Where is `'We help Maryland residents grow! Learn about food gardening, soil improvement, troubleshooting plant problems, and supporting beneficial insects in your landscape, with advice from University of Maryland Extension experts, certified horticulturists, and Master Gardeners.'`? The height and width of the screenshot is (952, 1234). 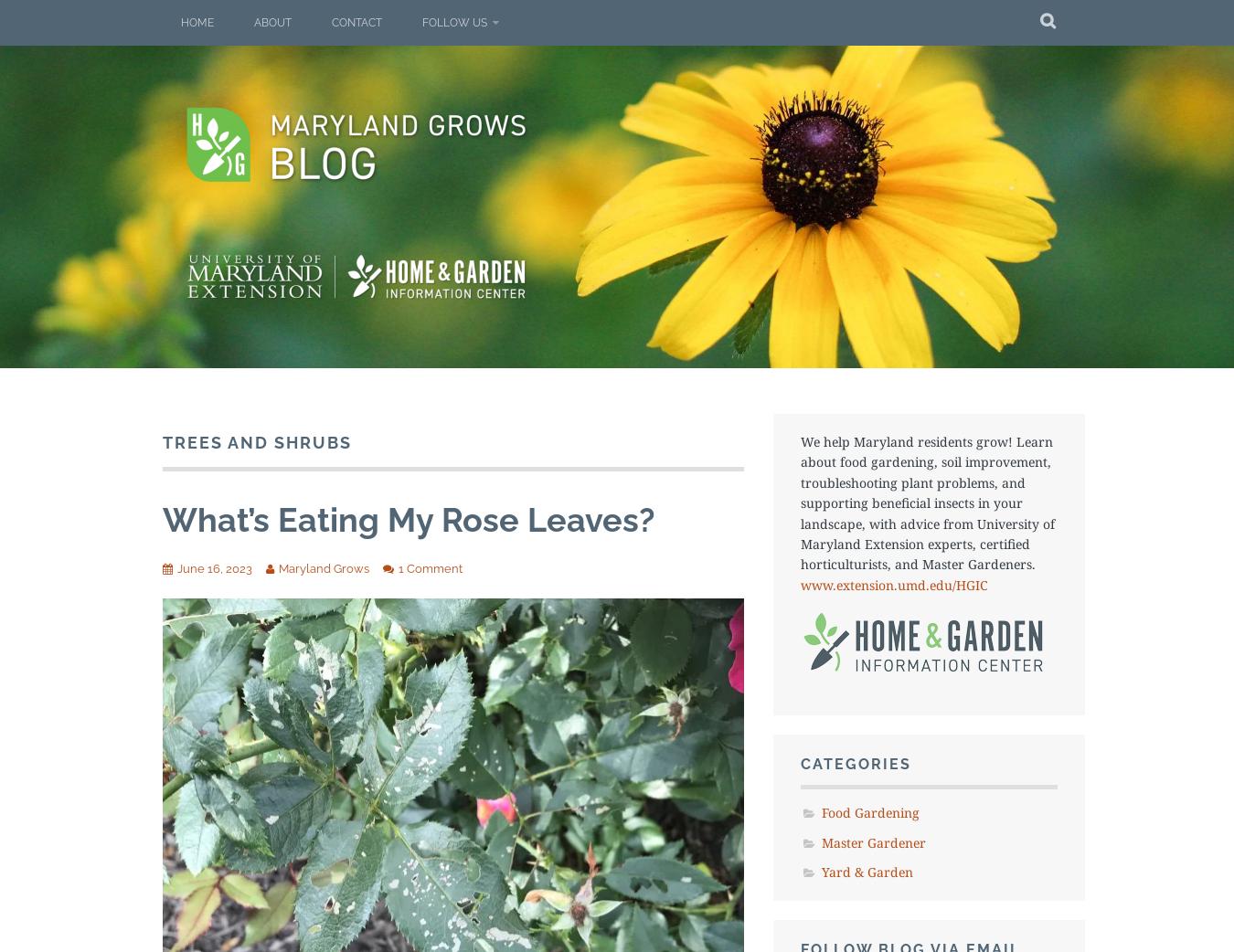
'We help Maryland residents grow! Learn about food gardening, soil improvement, troubleshooting plant problems, and supporting beneficial insects in your landscape, with advice from University of Maryland Extension experts, certified horticulturists, and Master Gardeners.' is located at coordinates (799, 502).